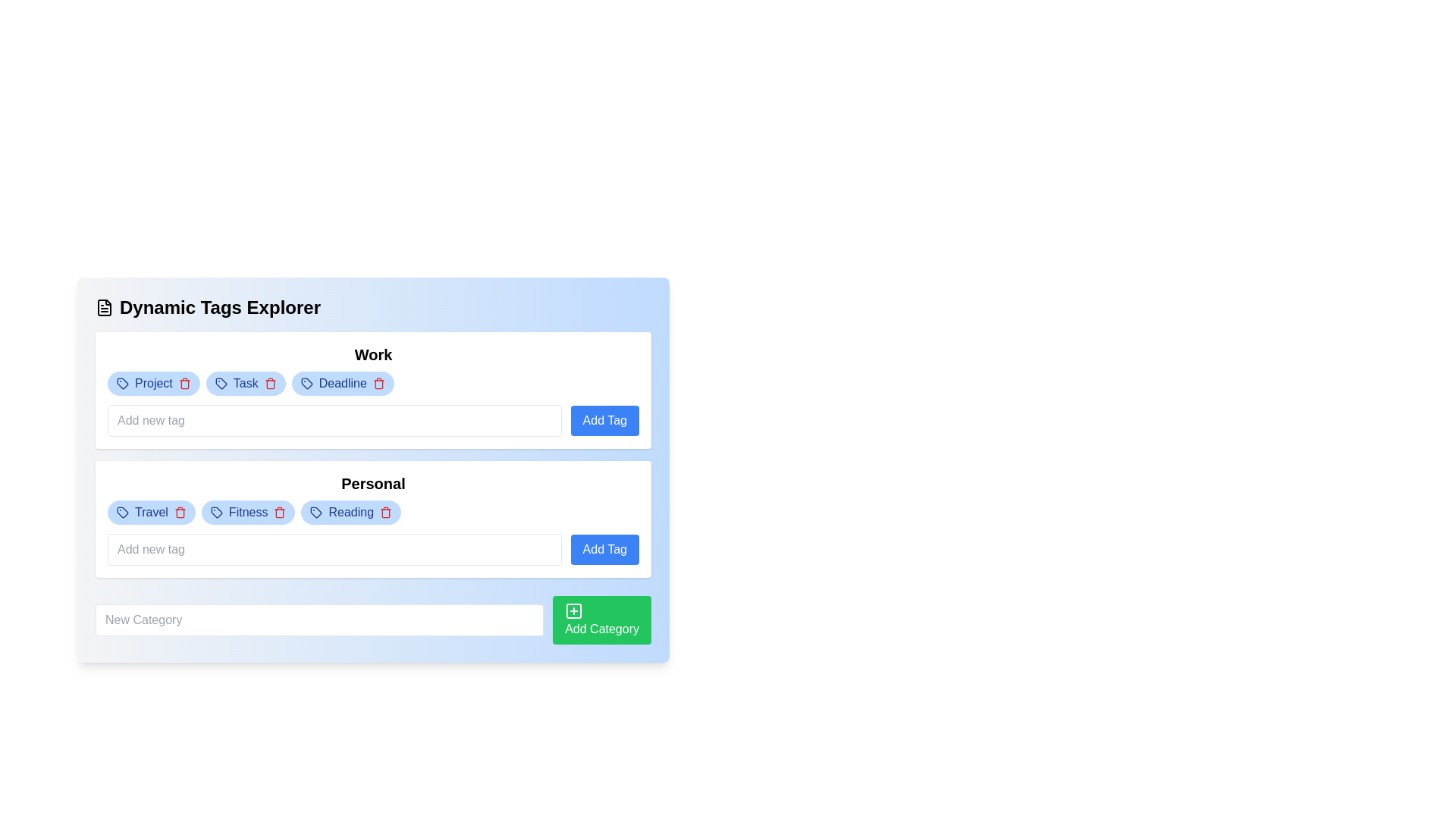 The height and width of the screenshot is (819, 1456). What do you see at coordinates (270, 382) in the screenshot?
I see `the red trash can icon button located to the immediate right of the 'Task' label in the 'Work' section` at bounding box center [270, 382].